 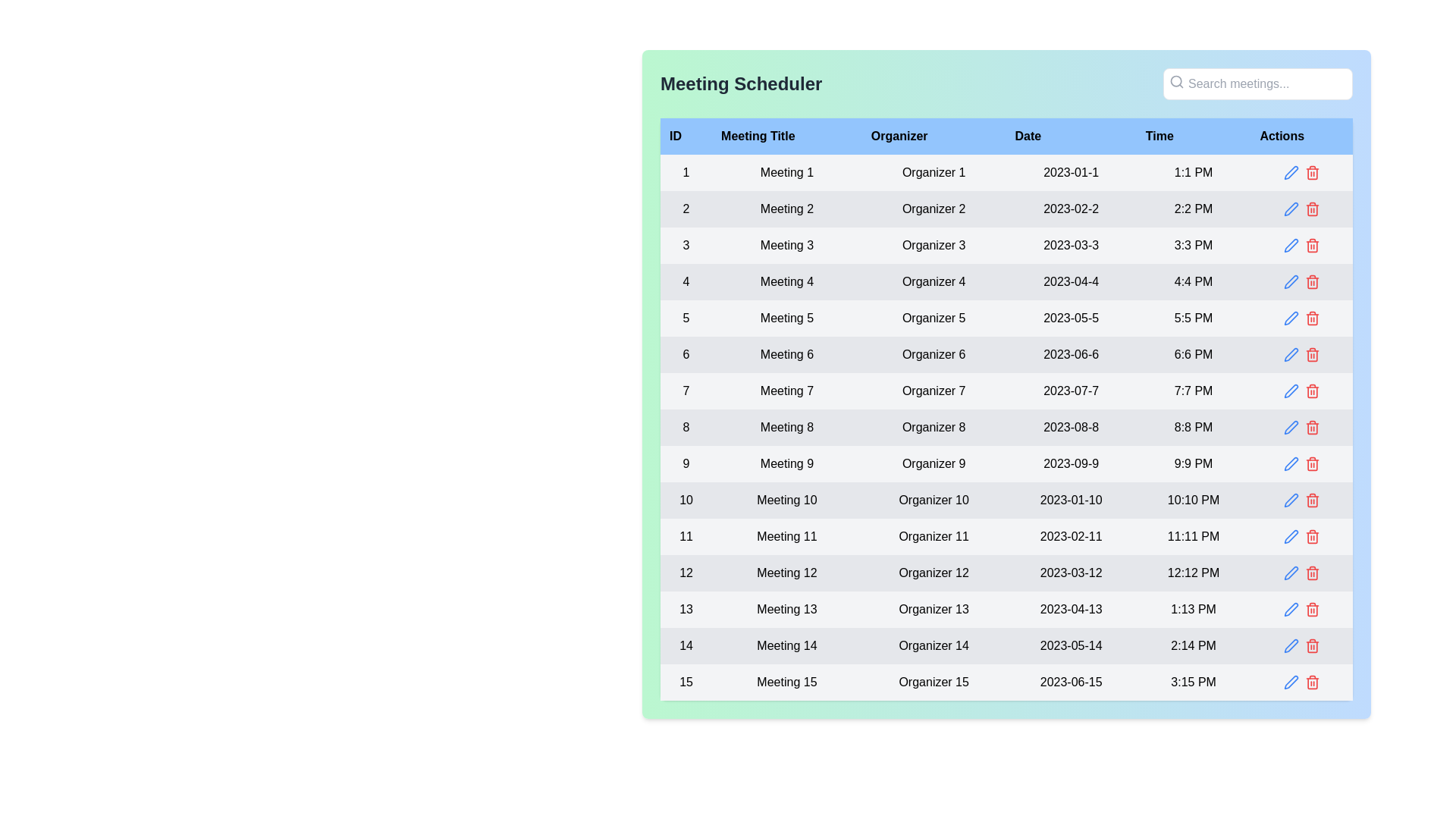 I want to click on date text '2023-03-12' from the Text label located in the twelfth row under the 'Date' column of the table, so click(x=1070, y=573).